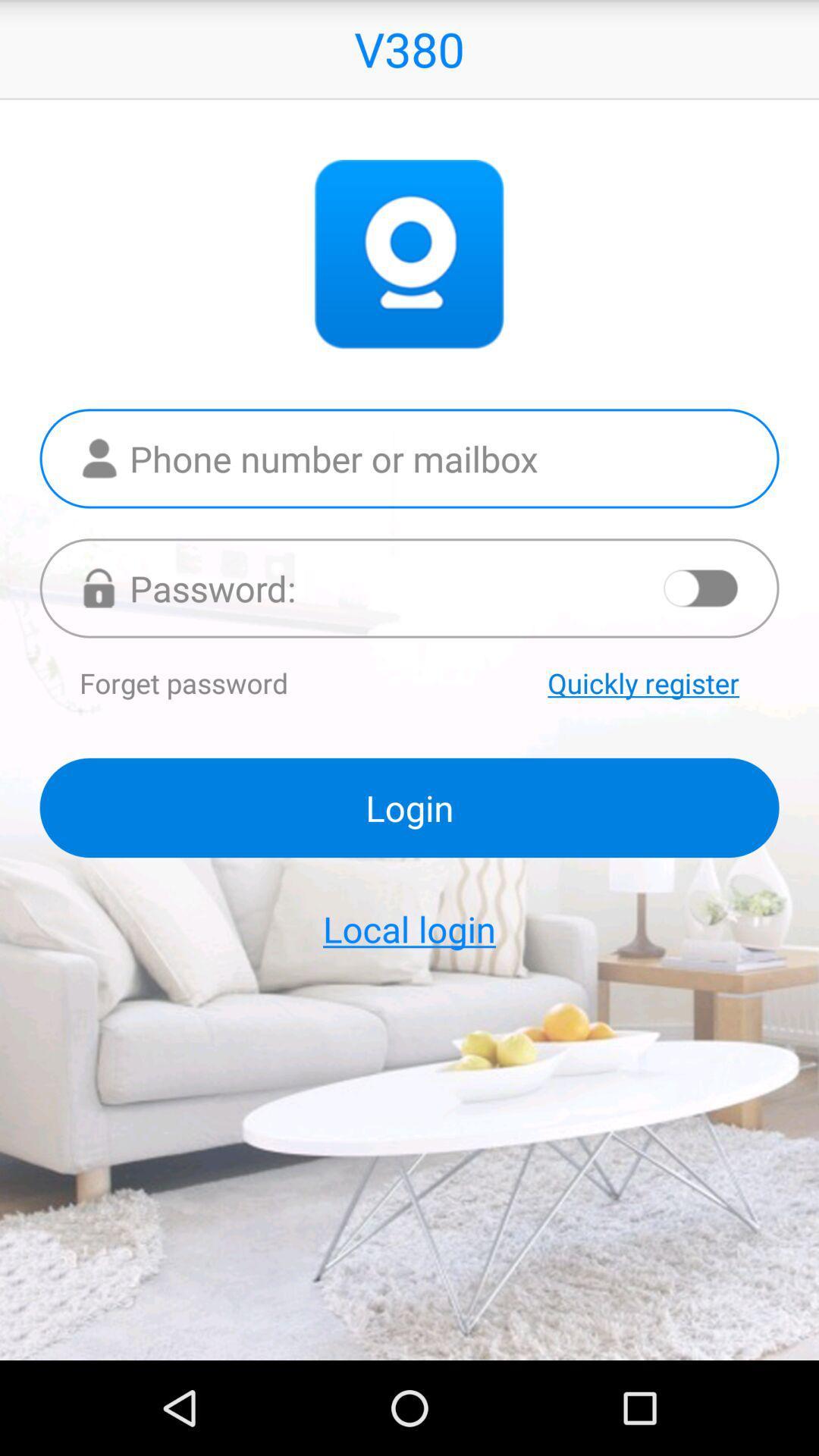 Image resolution: width=819 pixels, height=1456 pixels. What do you see at coordinates (409, 457) in the screenshot?
I see `text box` at bounding box center [409, 457].